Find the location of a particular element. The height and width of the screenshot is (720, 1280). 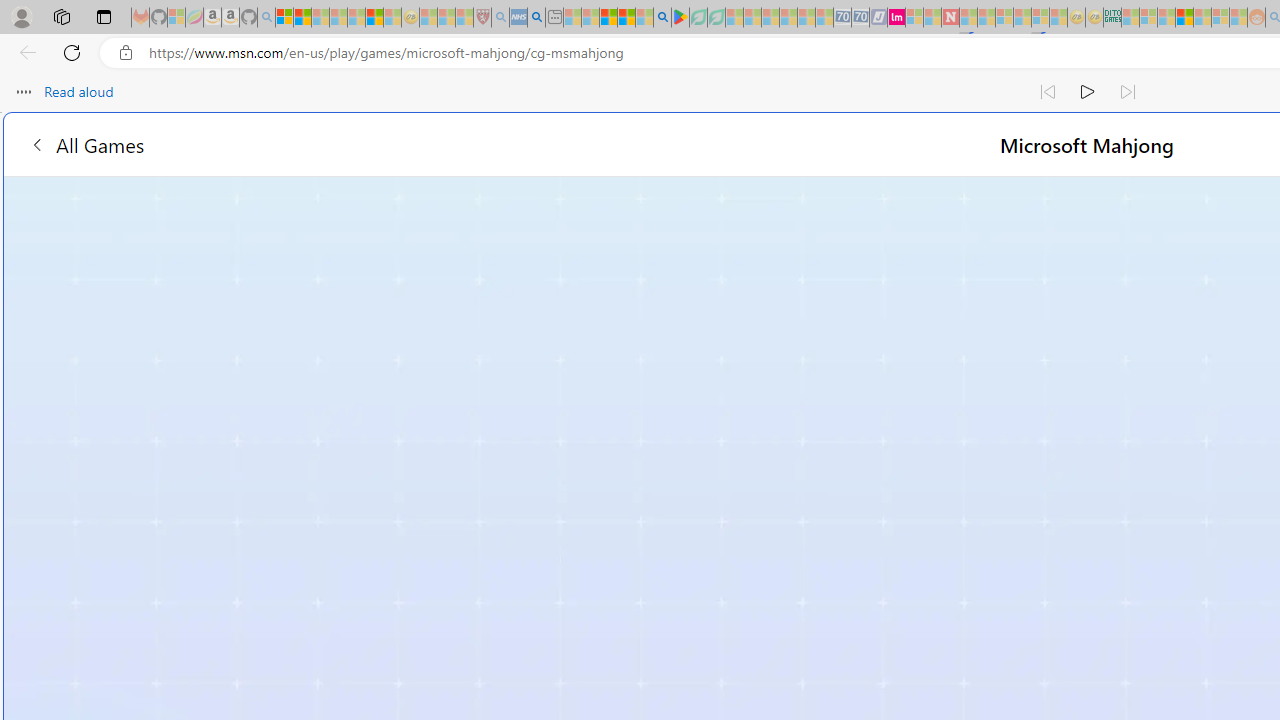

'Terms of Use Agreement - Sleeping' is located at coordinates (698, 17).